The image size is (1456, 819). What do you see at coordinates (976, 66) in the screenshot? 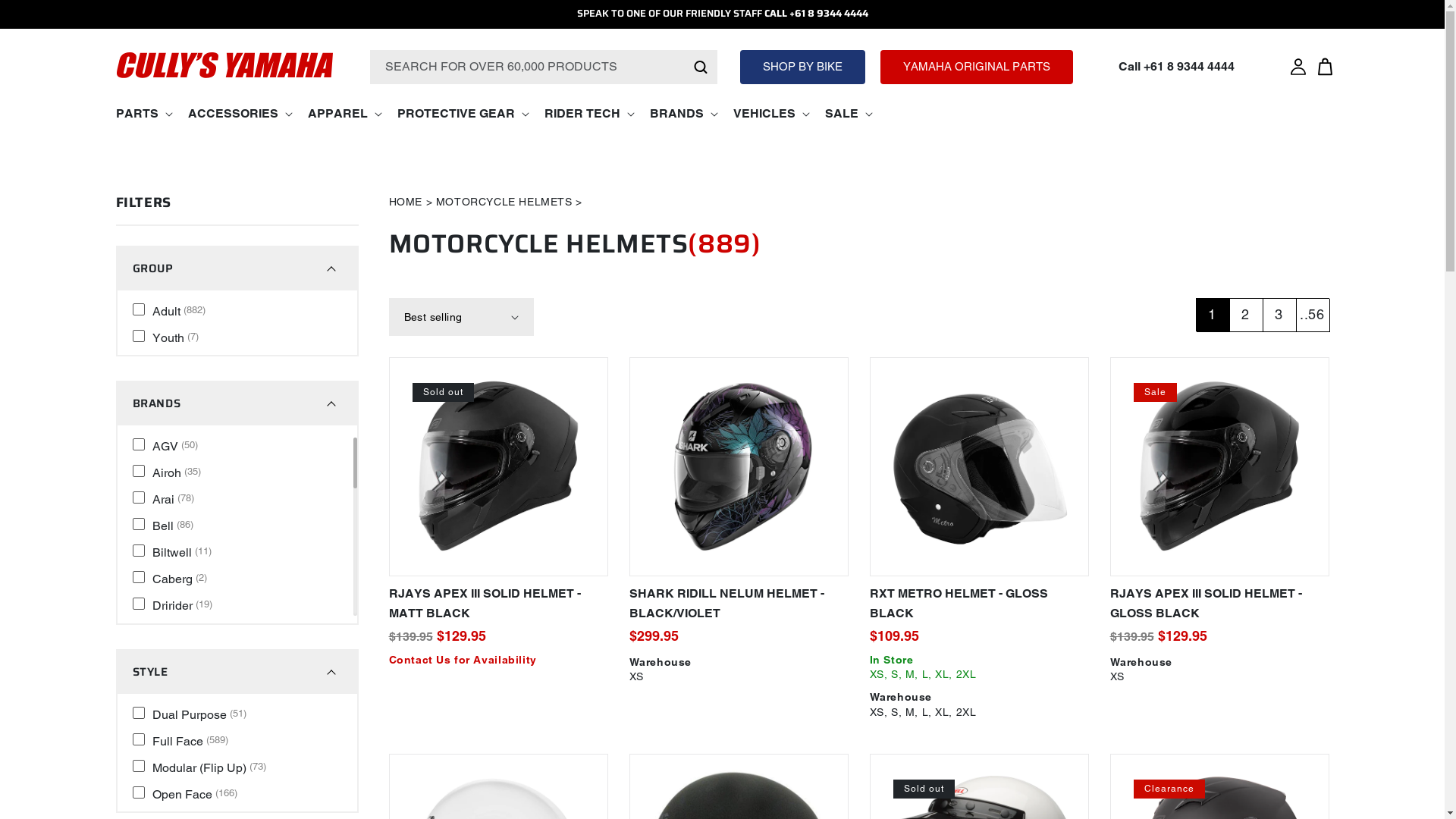
I see `'YAMAHA ORIGINAL PARTS'` at bounding box center [976, 66].